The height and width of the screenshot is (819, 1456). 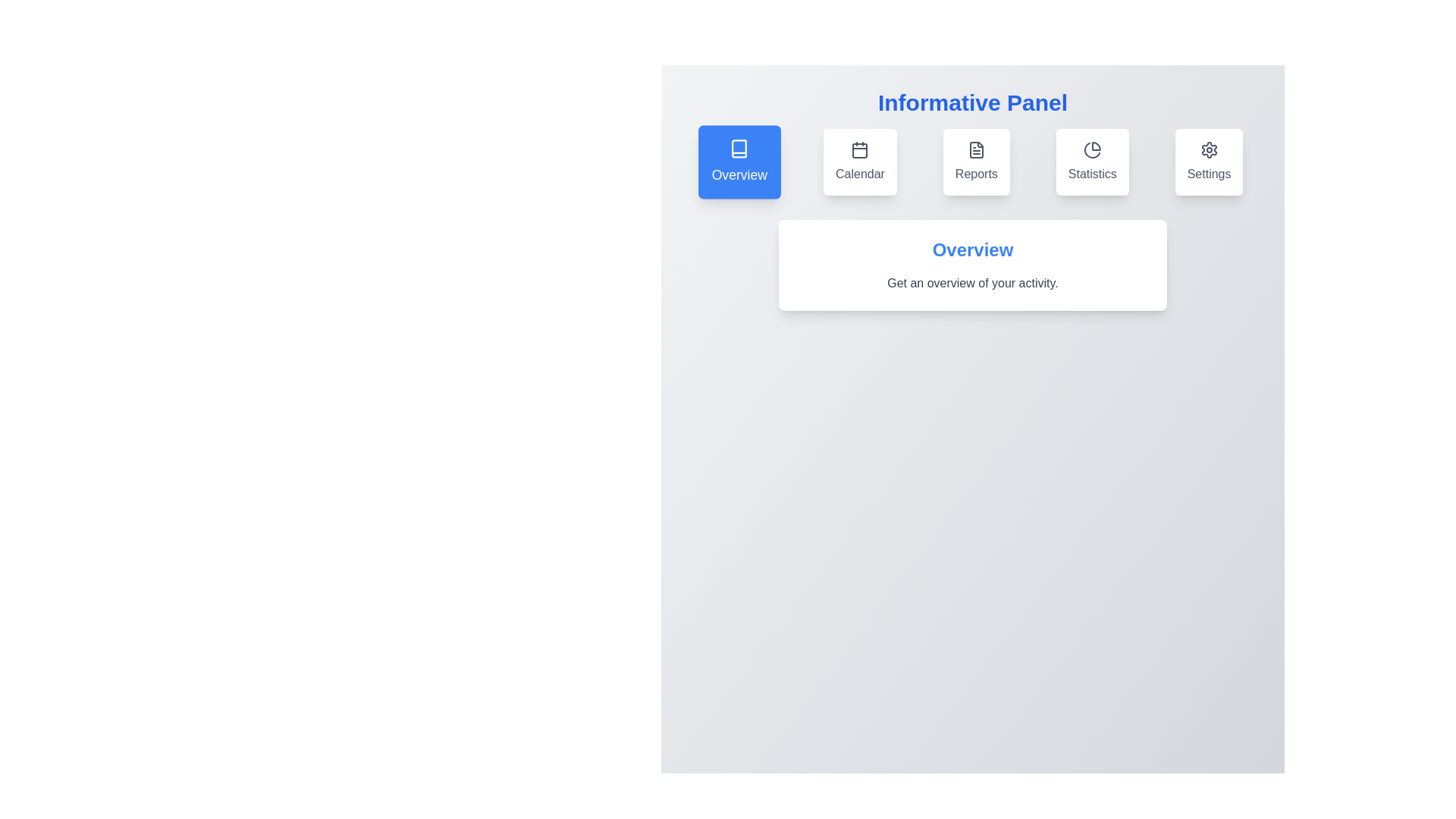 I want to click on the 'Statistics' text label located beneath the pie chart icon in the third box from the left in the upper section of the interface, so click(x=1092, y=174).